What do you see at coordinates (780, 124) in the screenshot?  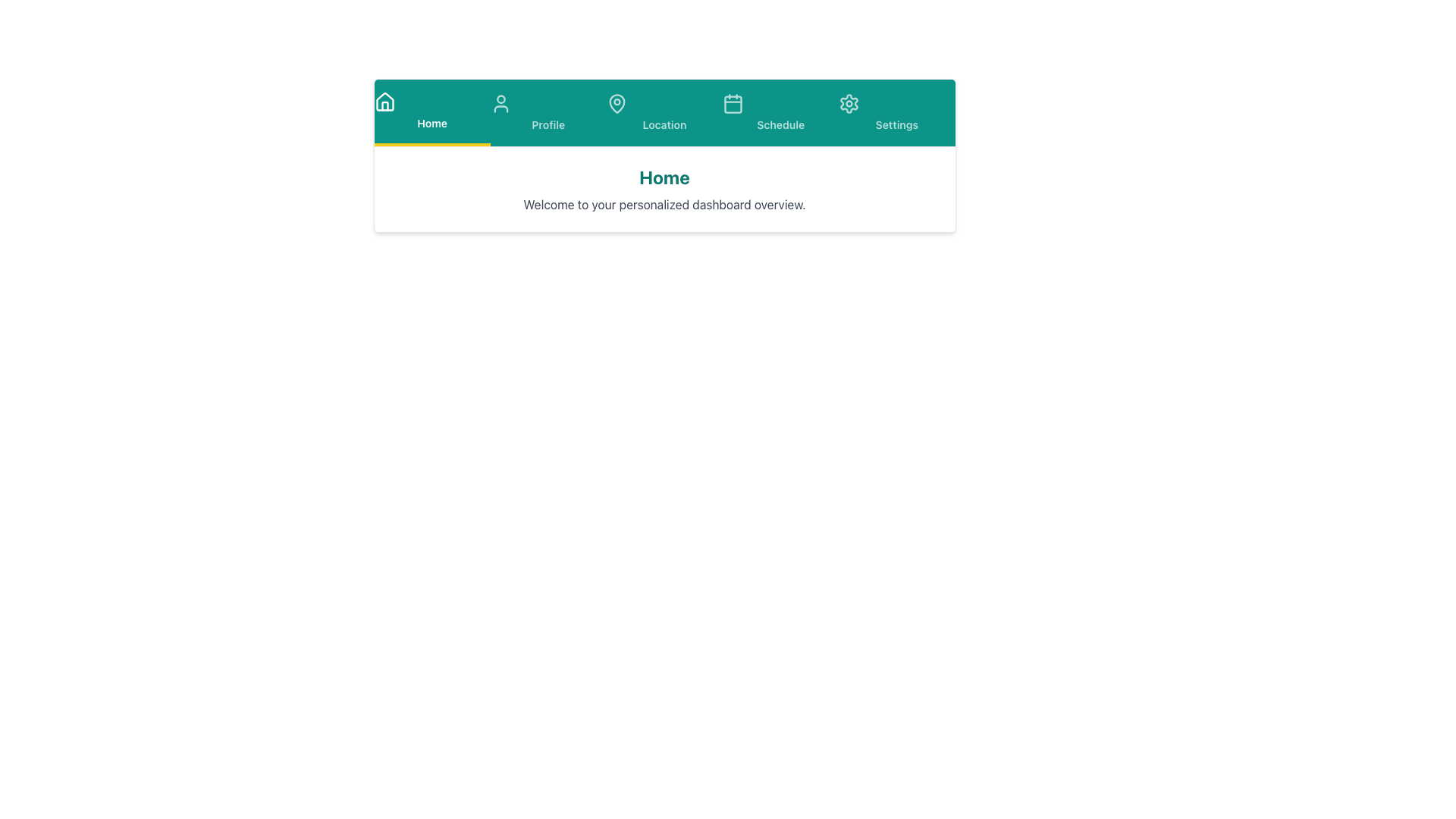 I see `text from the 'Schedule' label in the navigation menu, which is the fourth item from the left in the horizontal navigation bar at the top of the interface` at bounding box center [780, 124].